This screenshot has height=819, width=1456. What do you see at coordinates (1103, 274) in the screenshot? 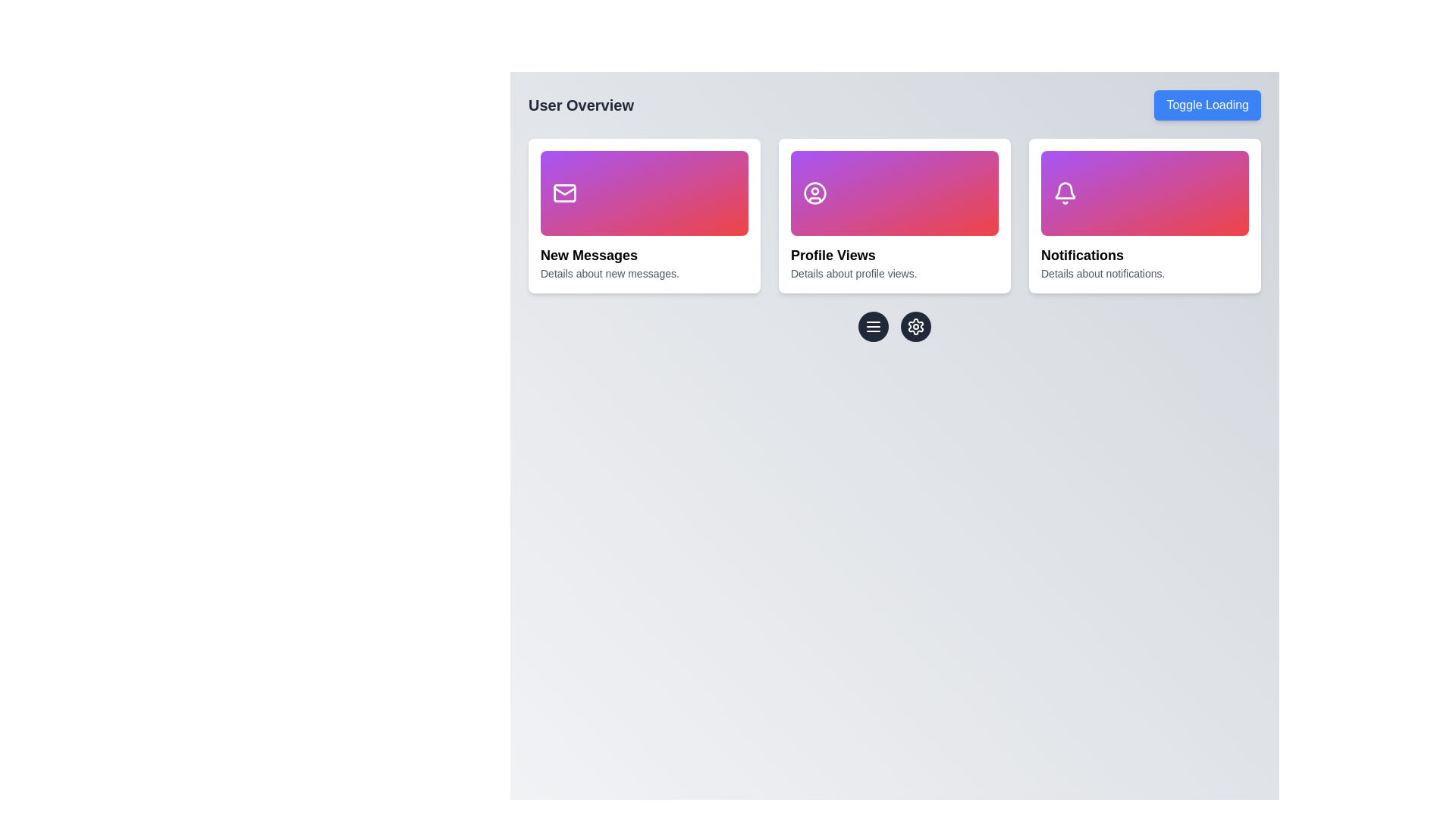
I see `the text label displaying 'Details about notifications.' which is styled in a small-sized gray font and located below the title 'Notifications' within the rightmost card component` at bounding box center [1103, 274].